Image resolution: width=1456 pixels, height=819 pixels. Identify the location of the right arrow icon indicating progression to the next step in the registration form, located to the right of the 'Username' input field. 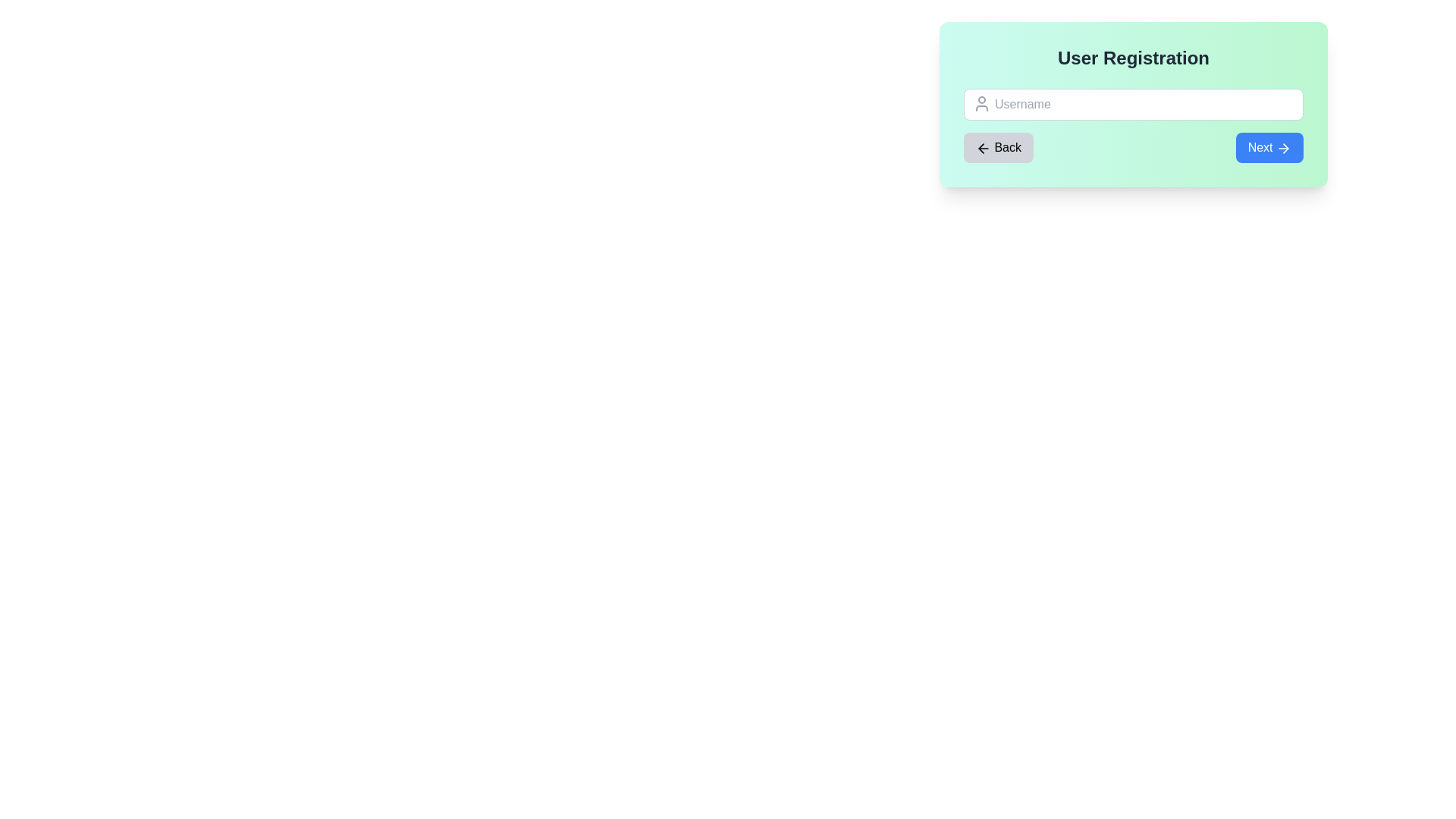
(1285, 148).